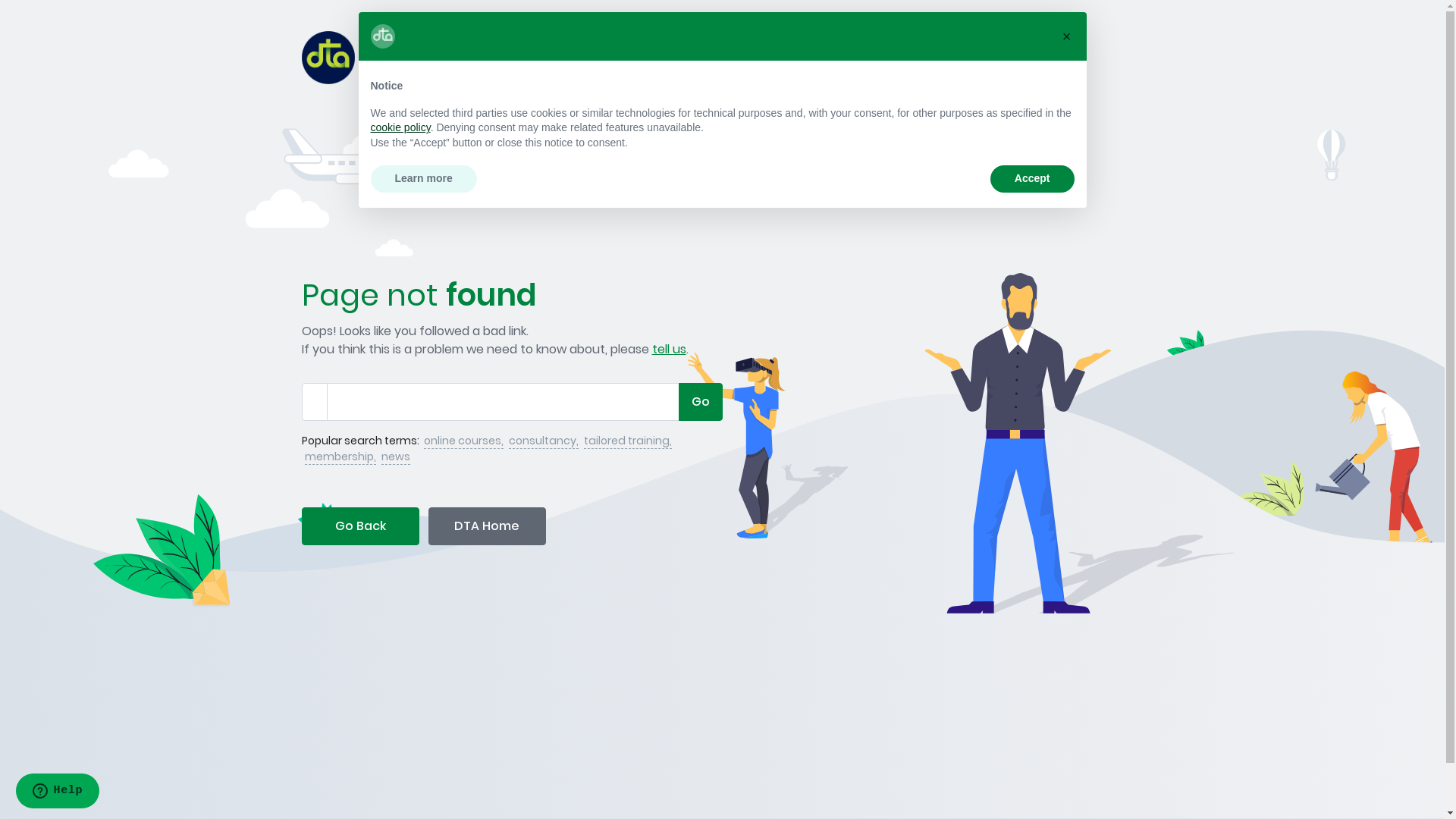 The image size is (1456, 819). What do you see at coordinates (395, 456) in the screenshot?
I see `'news'` at bounding box center [395, 456].